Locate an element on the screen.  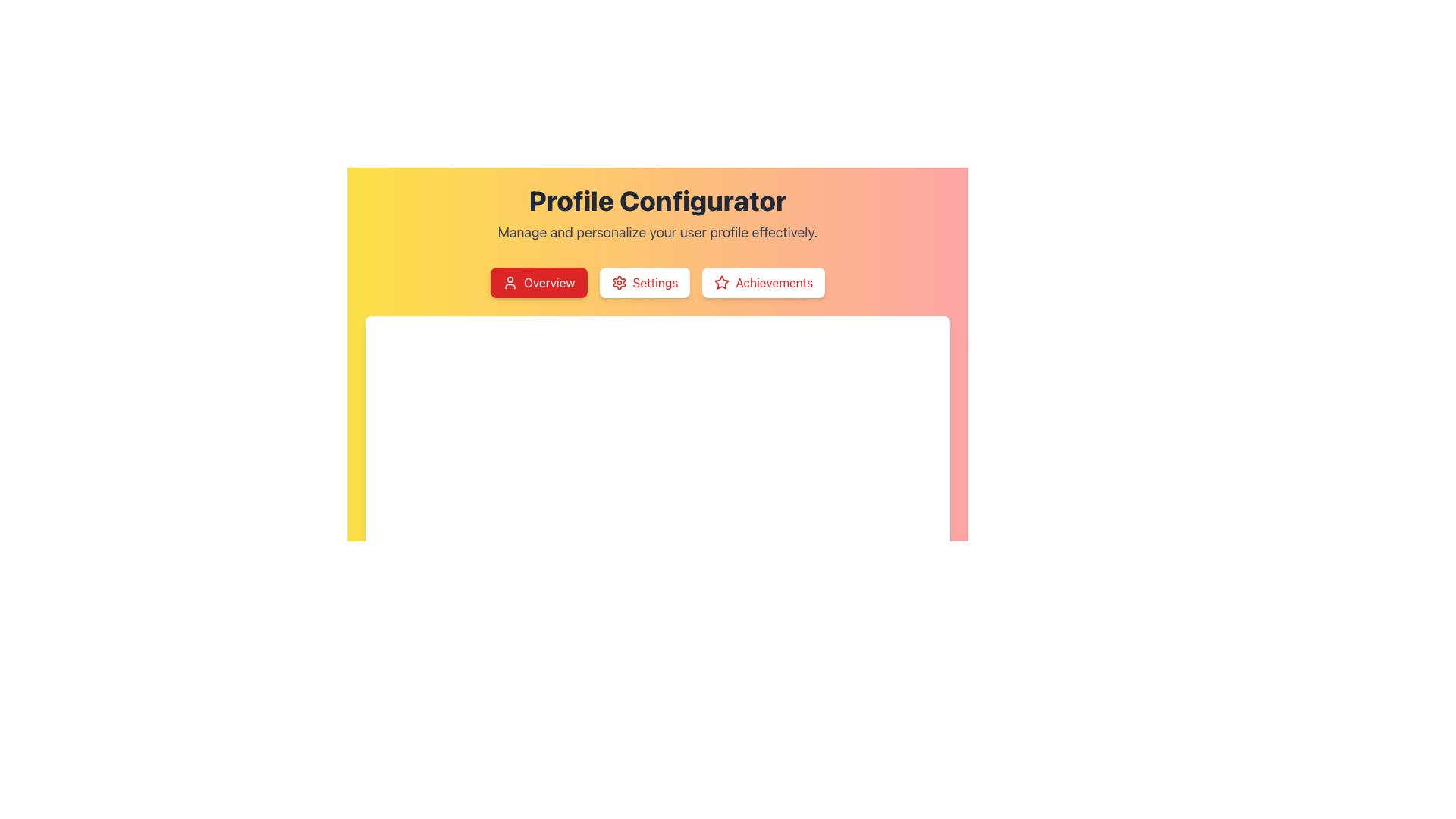
the red 'Overview' button with white text and a user icon, located below the 'Profile Configurator' heading is located at coordinates (538, 283).